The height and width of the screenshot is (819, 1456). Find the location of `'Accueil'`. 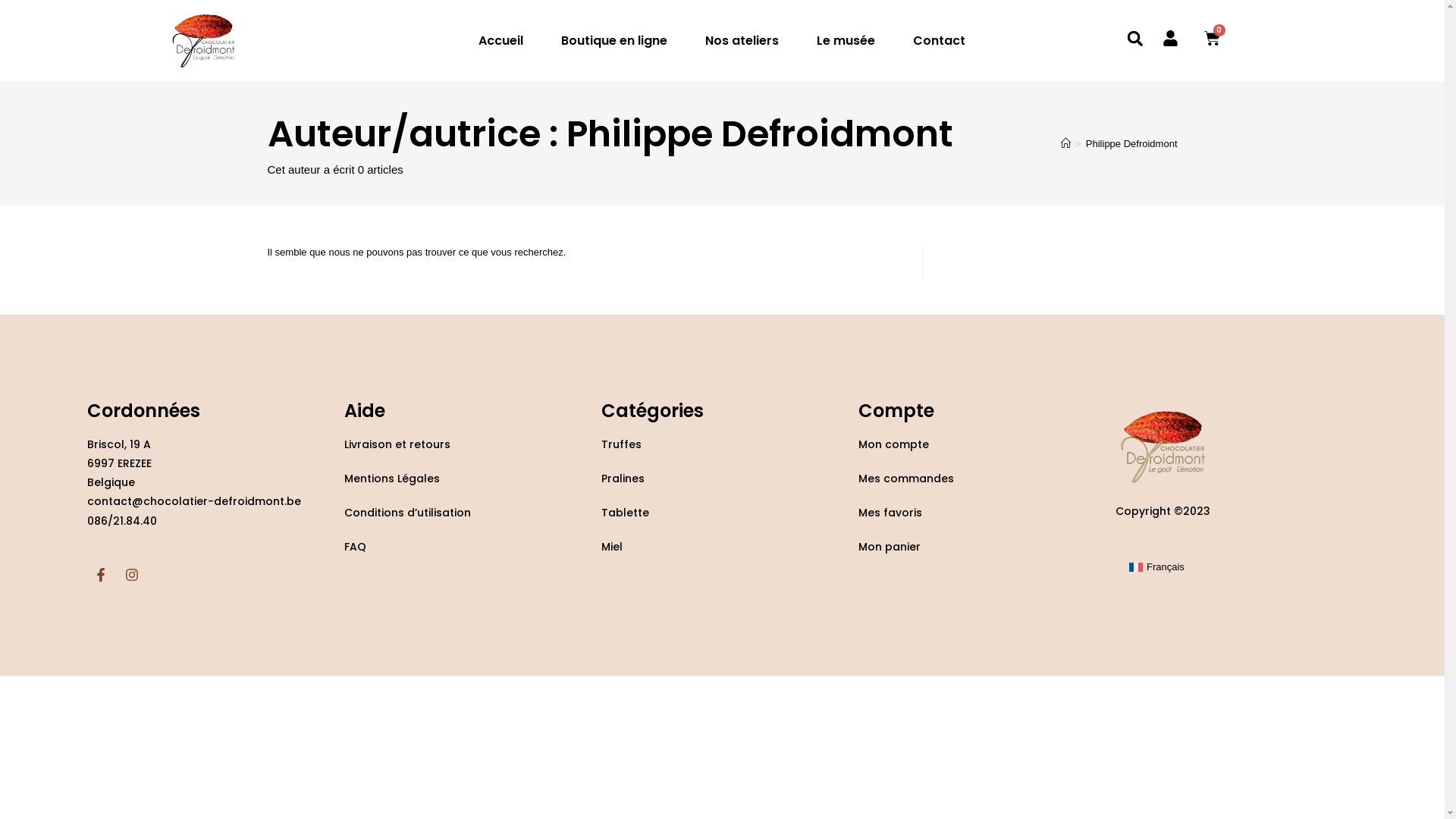

'Accueil' is located at coordinates (500, 40).